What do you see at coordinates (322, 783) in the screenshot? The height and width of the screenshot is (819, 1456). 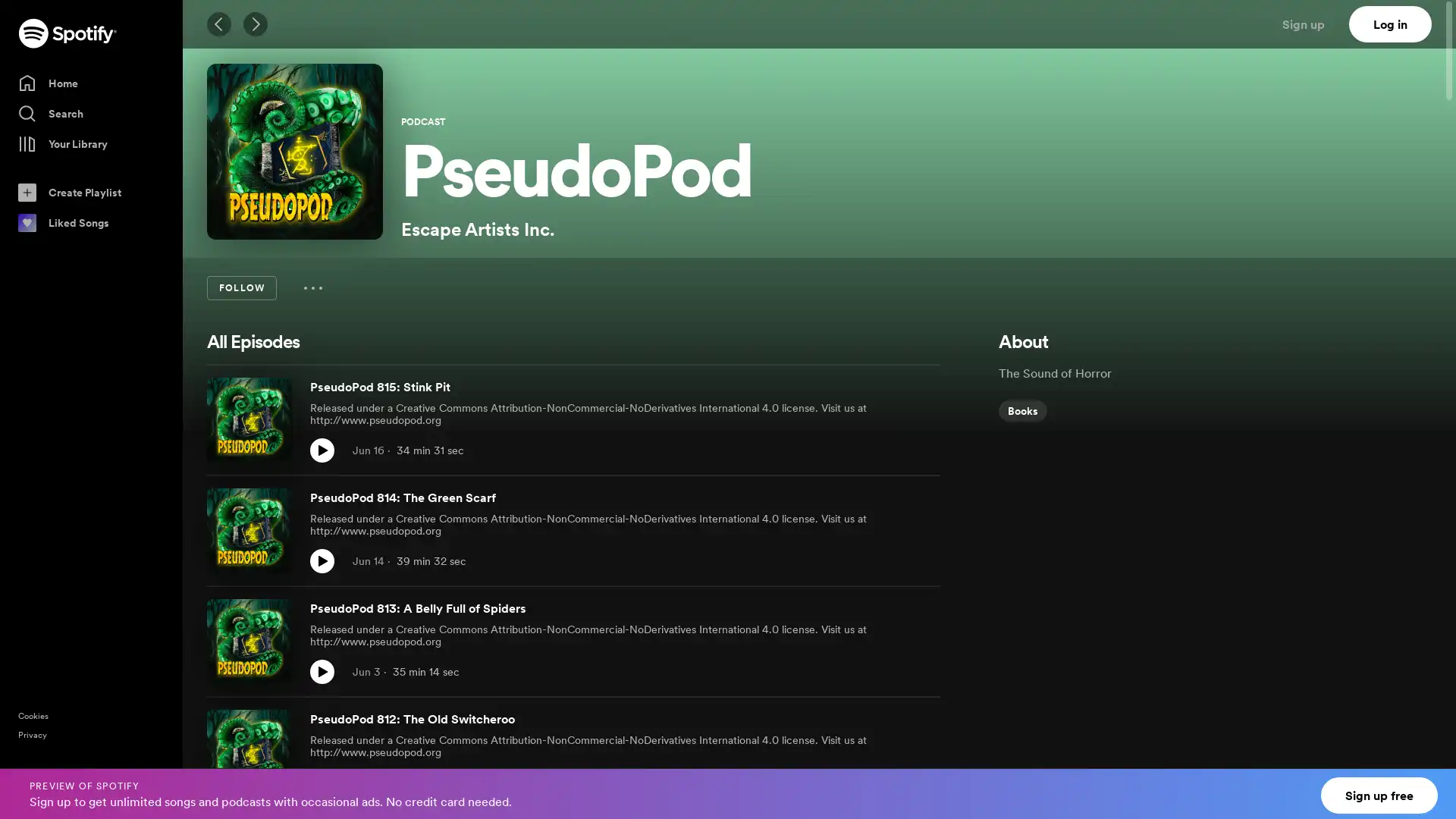 I see `Play PseudoPod 812: The Old Switcheroo by PseudoPod` at bounding box center [322, 783].